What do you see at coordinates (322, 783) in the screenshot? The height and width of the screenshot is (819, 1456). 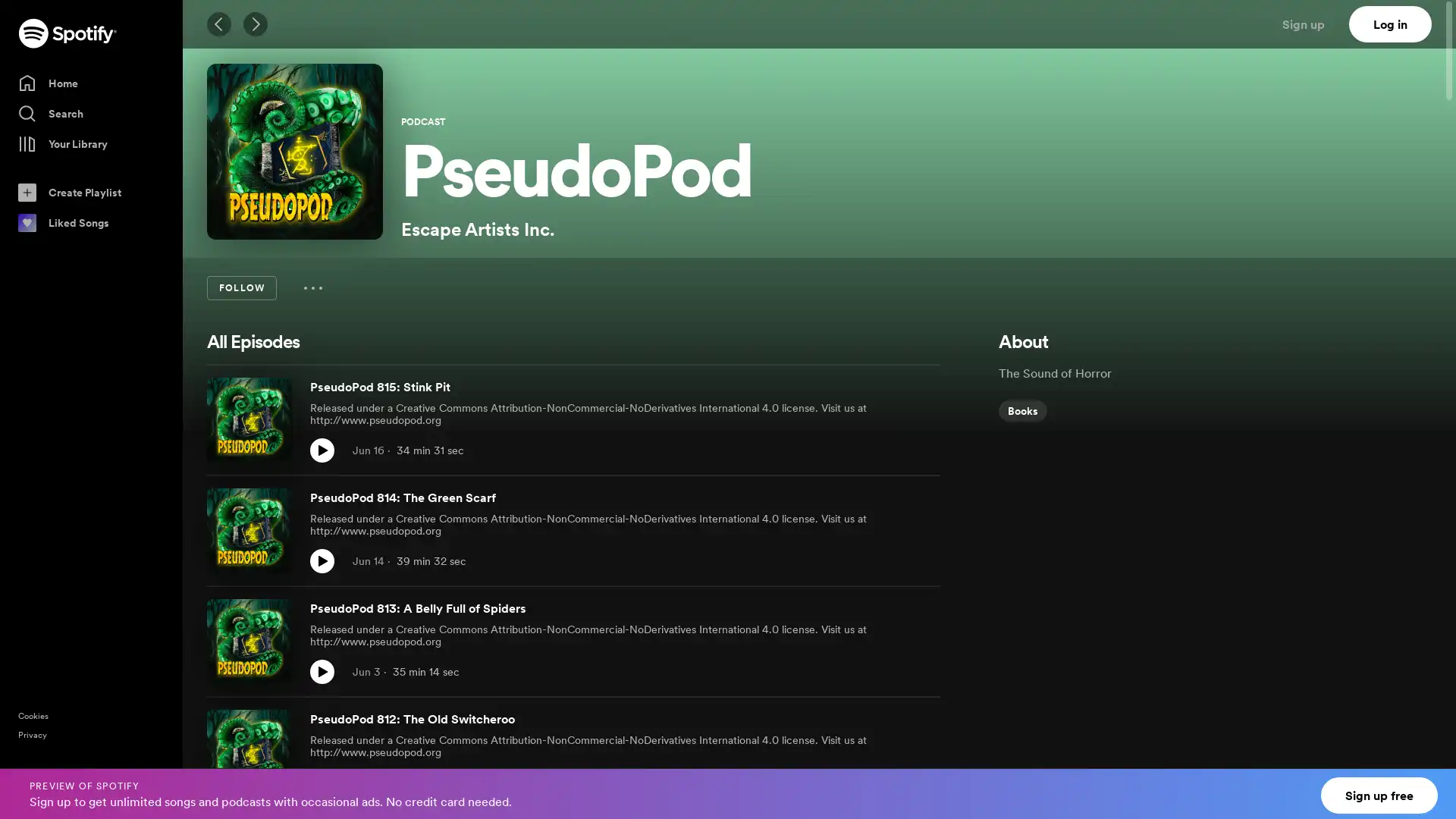 I see `Play PseudoPod 812: The Old Switcheroo by PseudoPod` at bounding box center [322, 783].